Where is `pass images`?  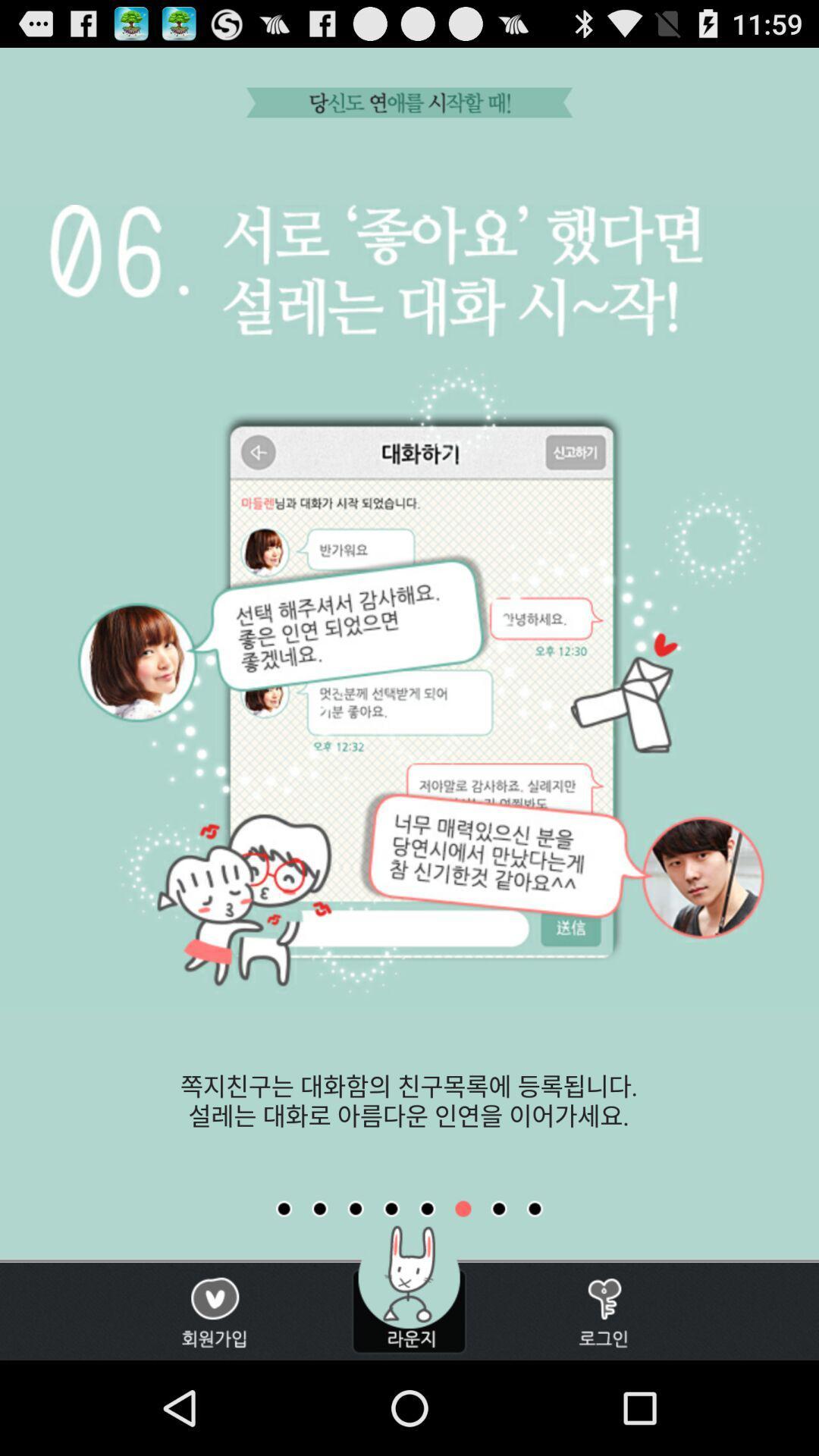
pass images is located at coordinates (318, 1208).